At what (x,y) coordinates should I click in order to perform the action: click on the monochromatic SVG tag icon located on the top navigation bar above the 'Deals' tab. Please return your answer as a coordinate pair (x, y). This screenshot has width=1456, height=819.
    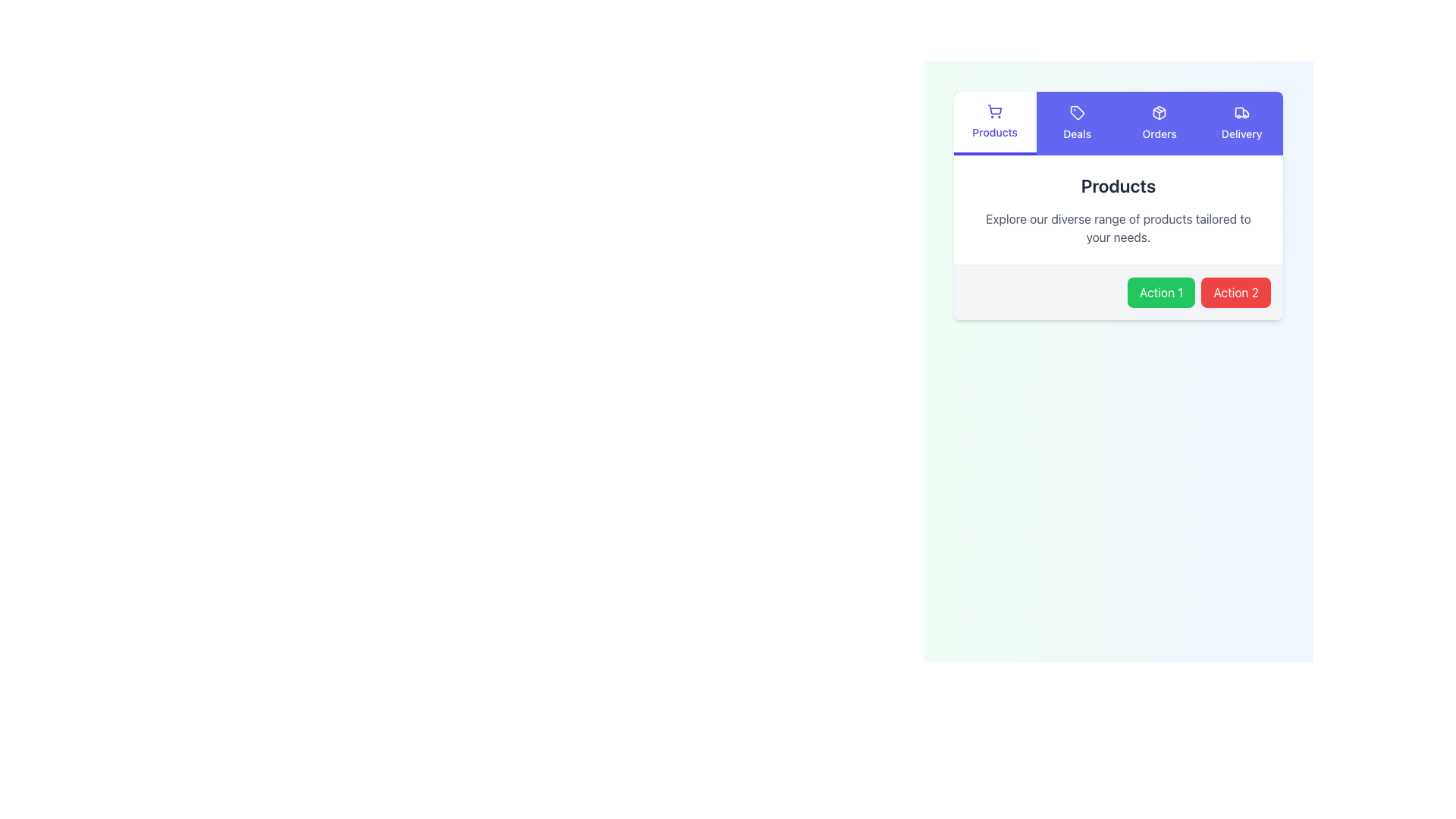
    Looking at the image, I should click on (1076, 112).